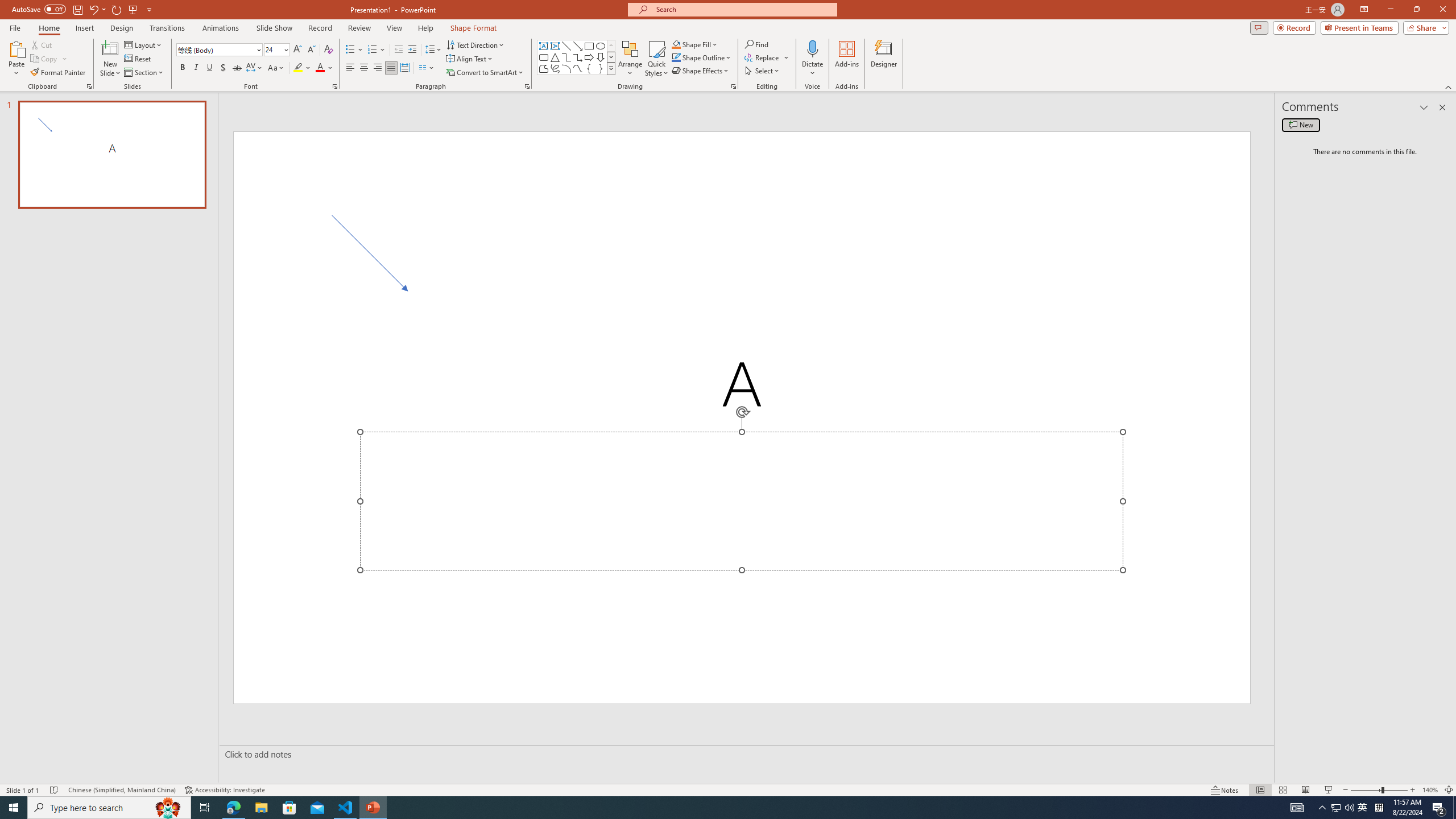  I want to click on 'New comment', so click(1300, 124).